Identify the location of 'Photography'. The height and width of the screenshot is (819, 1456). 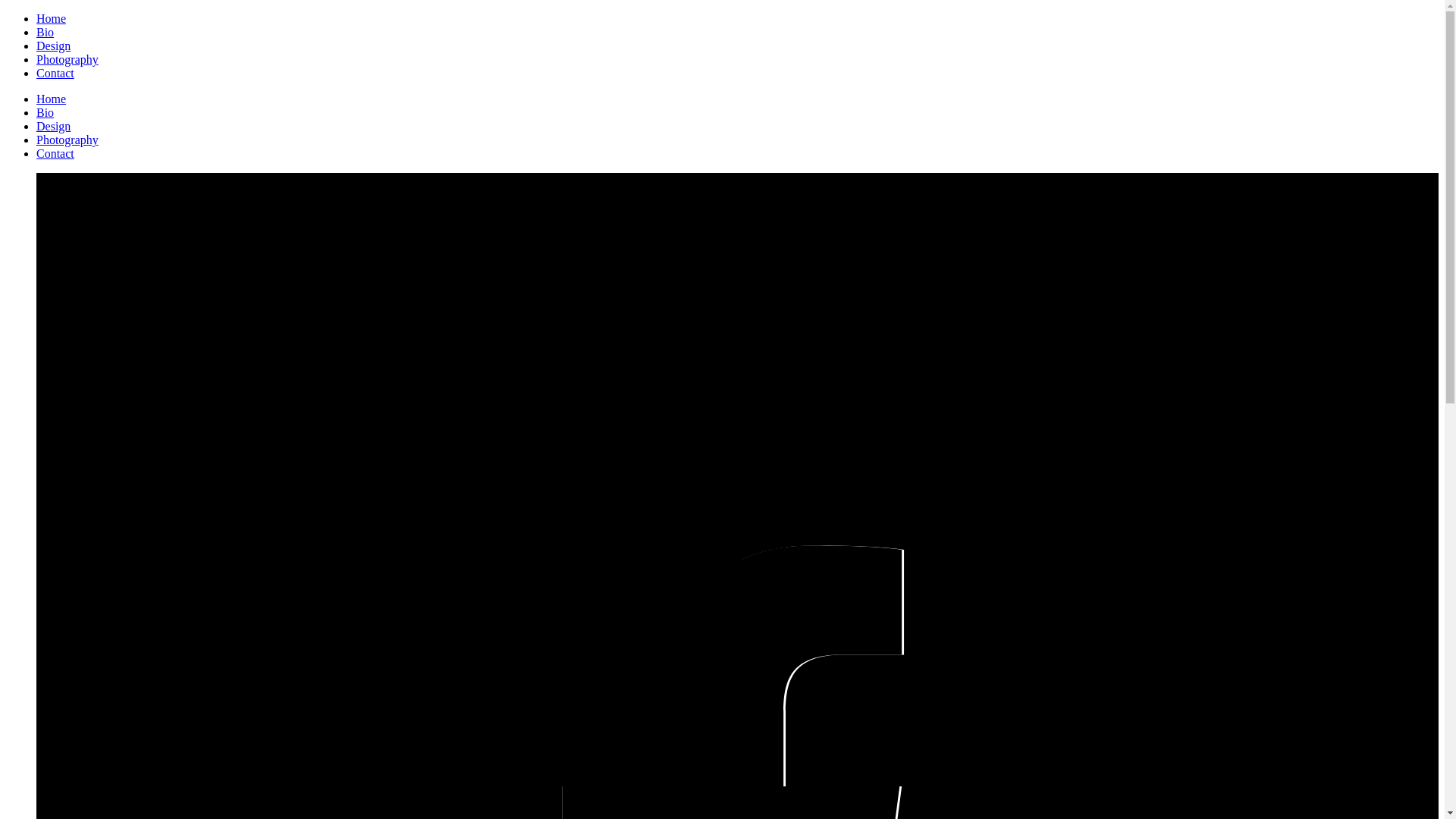
(67, 58).